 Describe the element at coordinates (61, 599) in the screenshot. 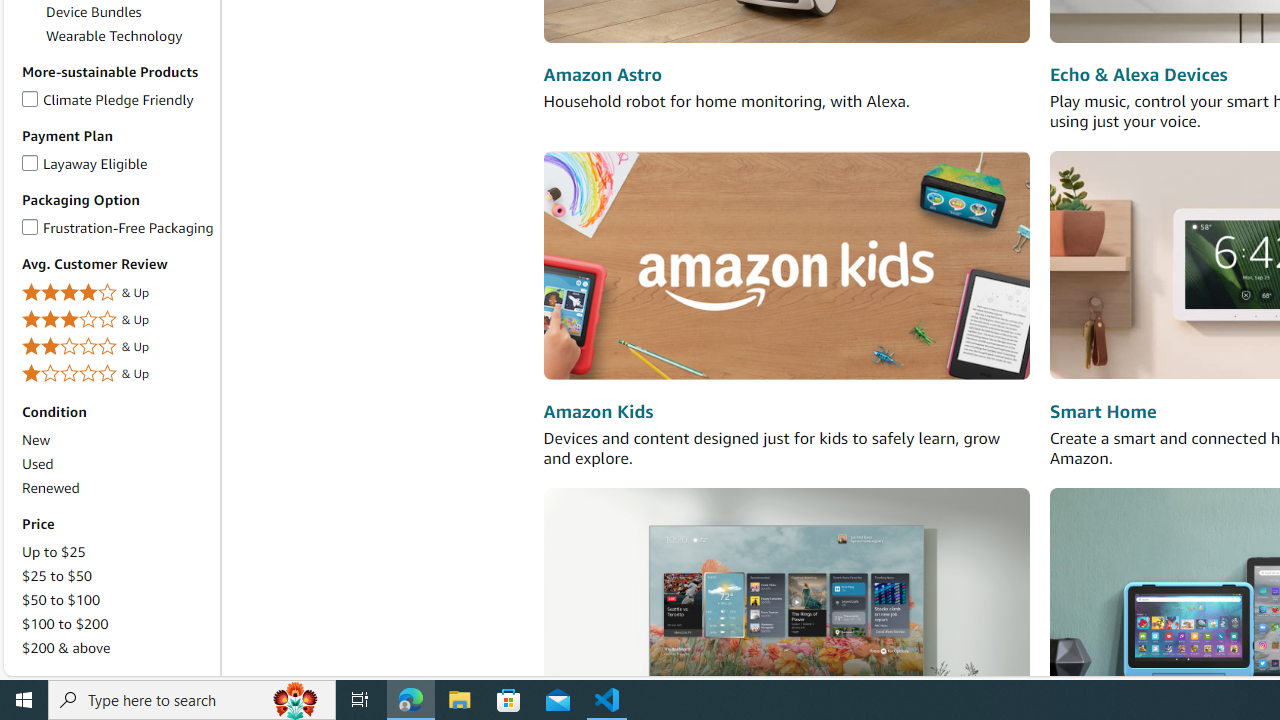

I see `'$50 to $100'` at that location.